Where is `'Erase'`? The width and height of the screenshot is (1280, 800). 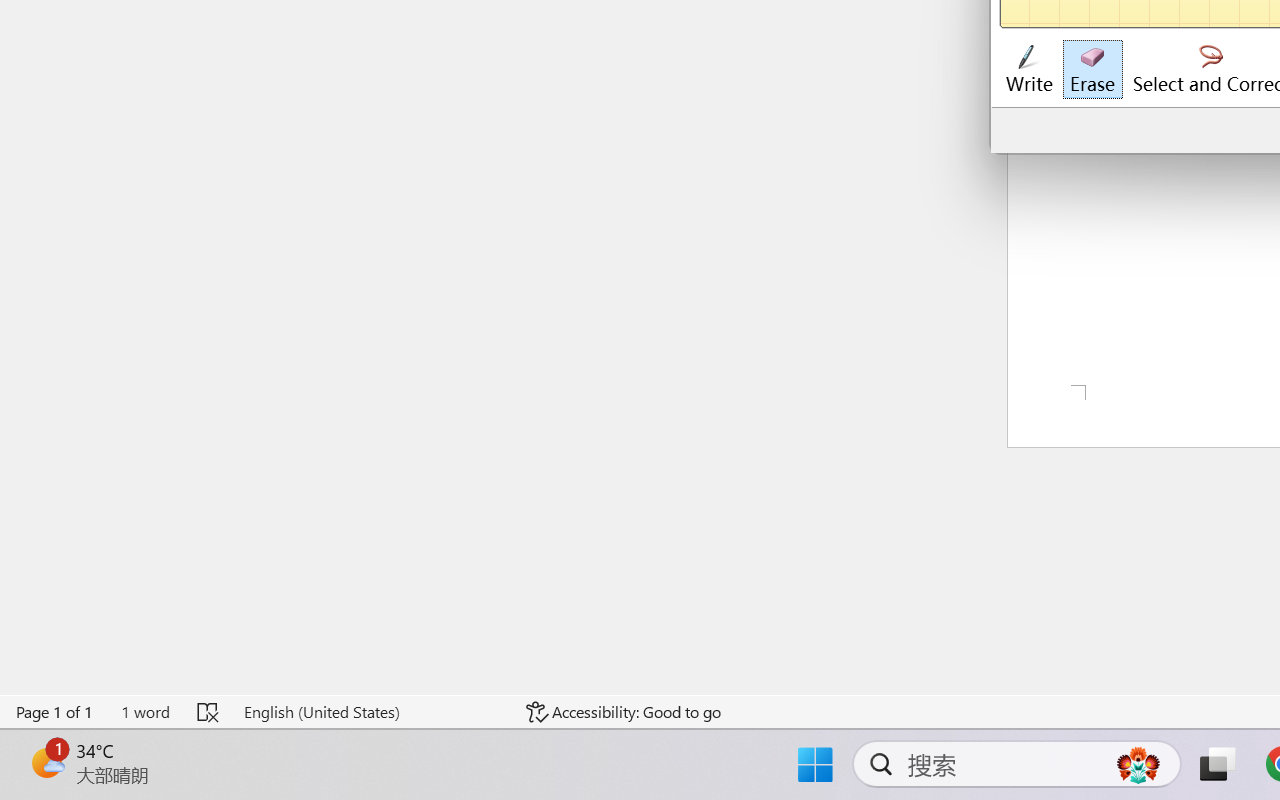
'Erase' is located at coordinates (1091, 69).